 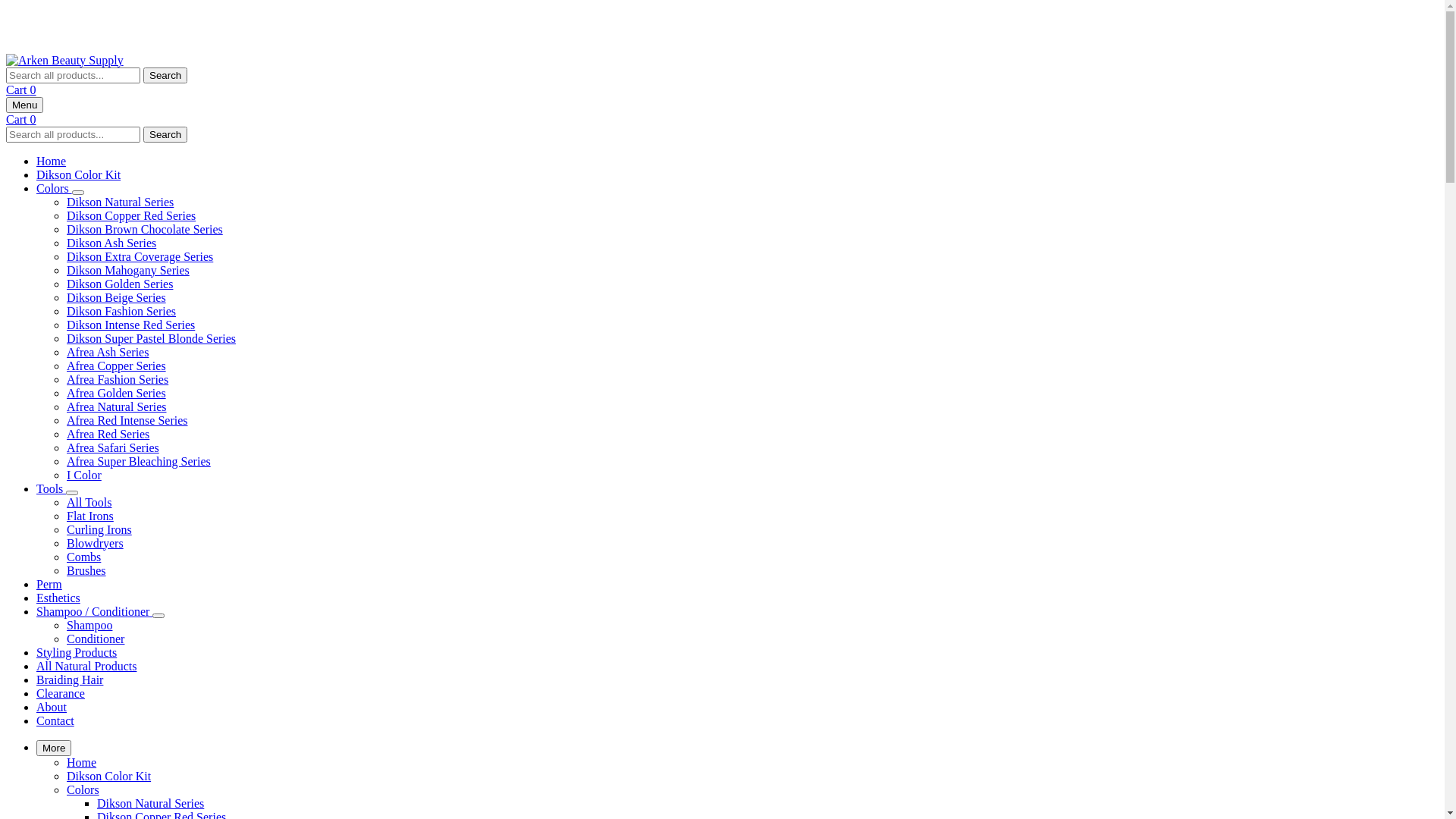 What do you see at coordinates (51, 707) in the screenshot?
I see `'About'` at bounding box center [51, 707].